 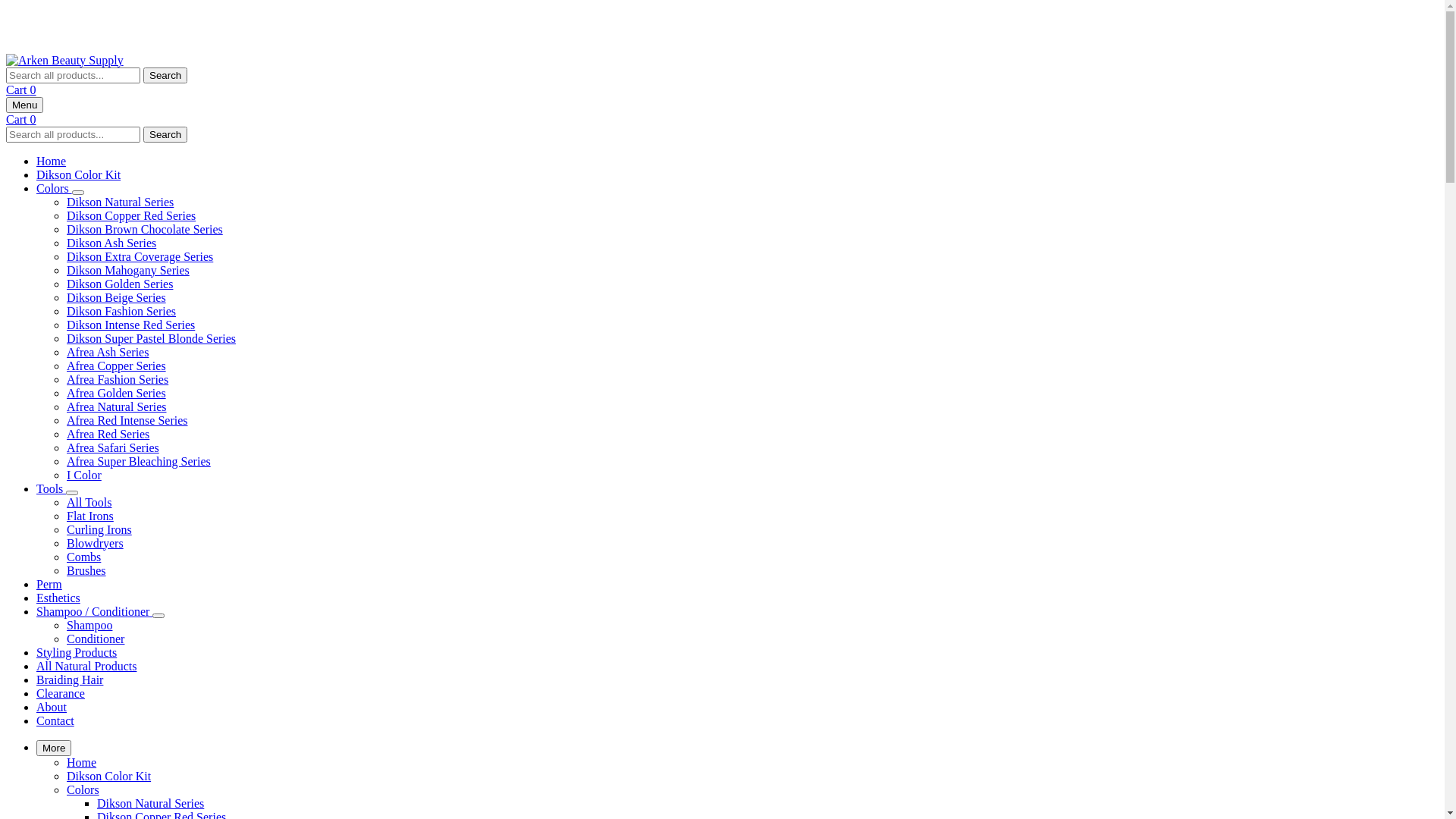 What do you see at coordinates (51, 707) in the screenshot?
I see `'About'` at bounding box center [51, 707].